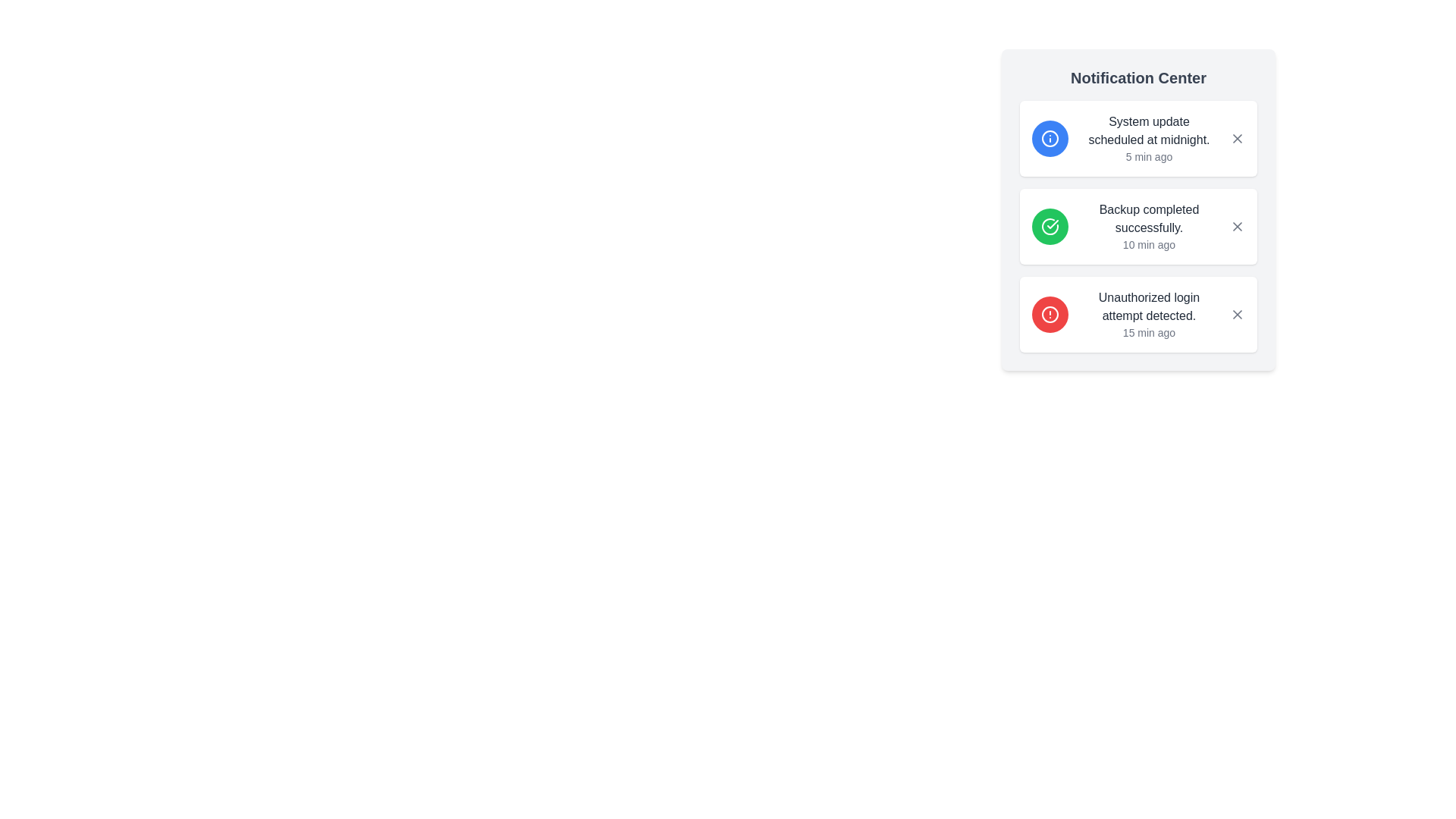 The image size is (1456, 819). I want to click on the dismiss icon button for the notification 'Unauthorized login attempt detected. 15 min ago.' to trigger the hover effect, so click(1238, 314).